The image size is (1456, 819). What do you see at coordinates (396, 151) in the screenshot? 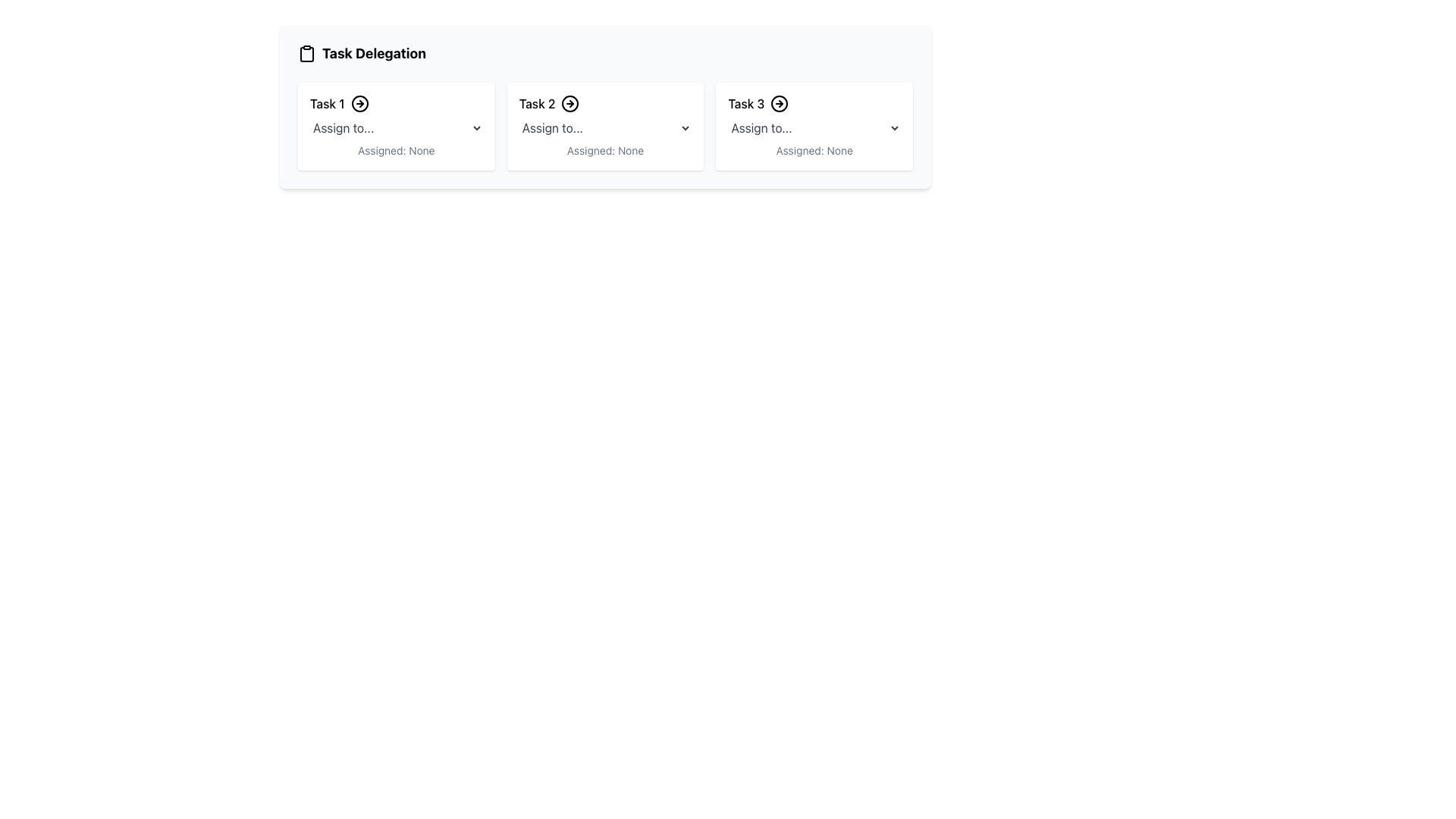
I see `the text label displaying 'Assigned: None', which is styled in a small, gray font, located below the 'Assign to...' dropdown menu in the 'Task 1' card` at bounding box center [396, 151].